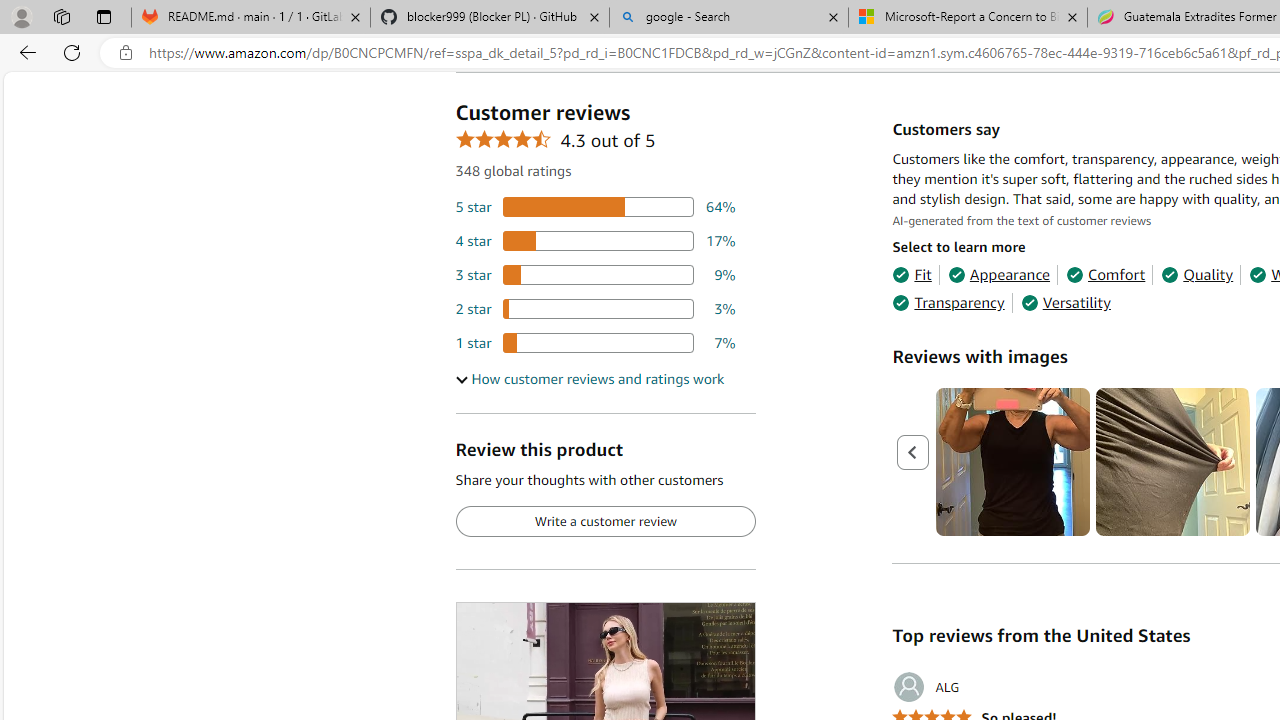 This screenshot has height=720, width=1280. What do you see at coordinates (604, 521) in the screenshot?
I see `'Write a customer review'` at bounding box center [604, 521].